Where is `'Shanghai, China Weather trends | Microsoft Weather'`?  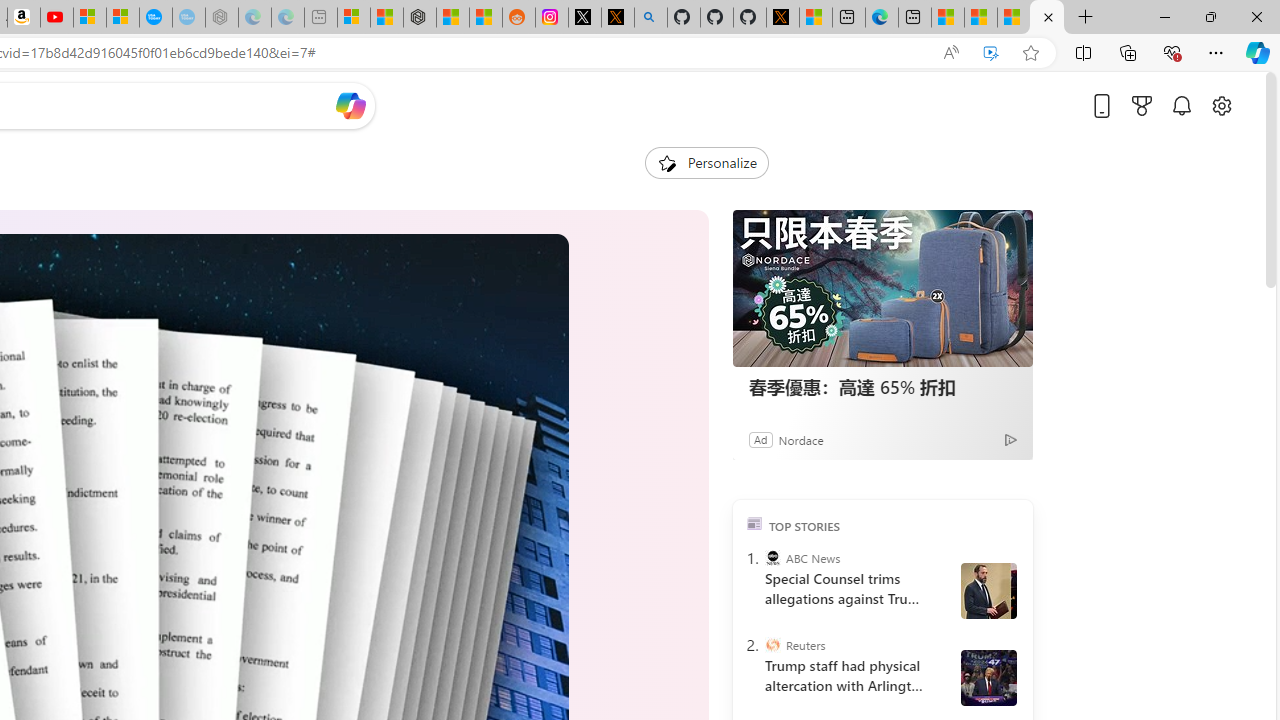
'Shanghai, China Weather trends | Microsoft Weather' is located at coordinates (485, 17).